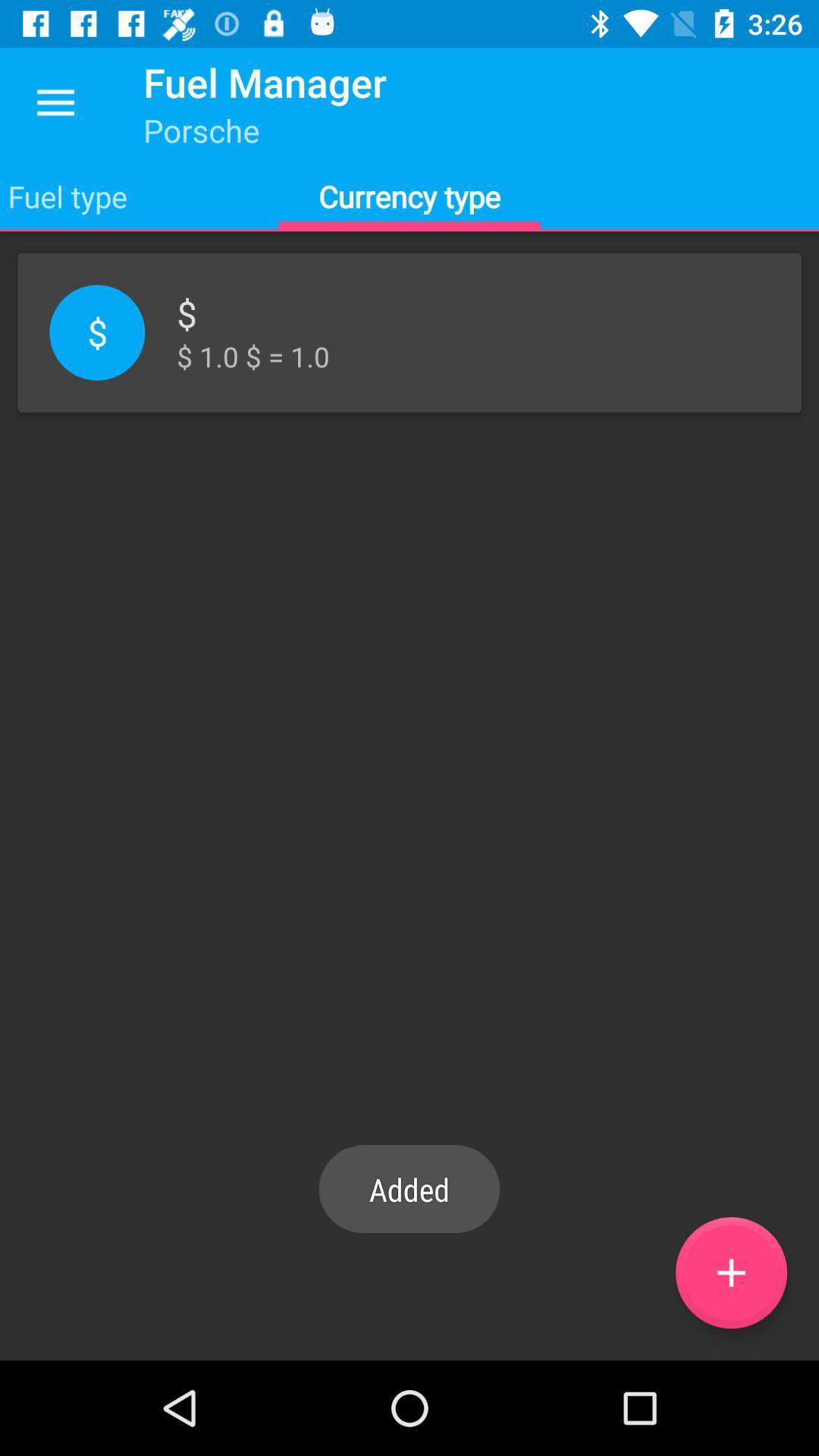  Describe the element at coordinates (730, 1272) in the screenshot. I see `new currency` at that location.